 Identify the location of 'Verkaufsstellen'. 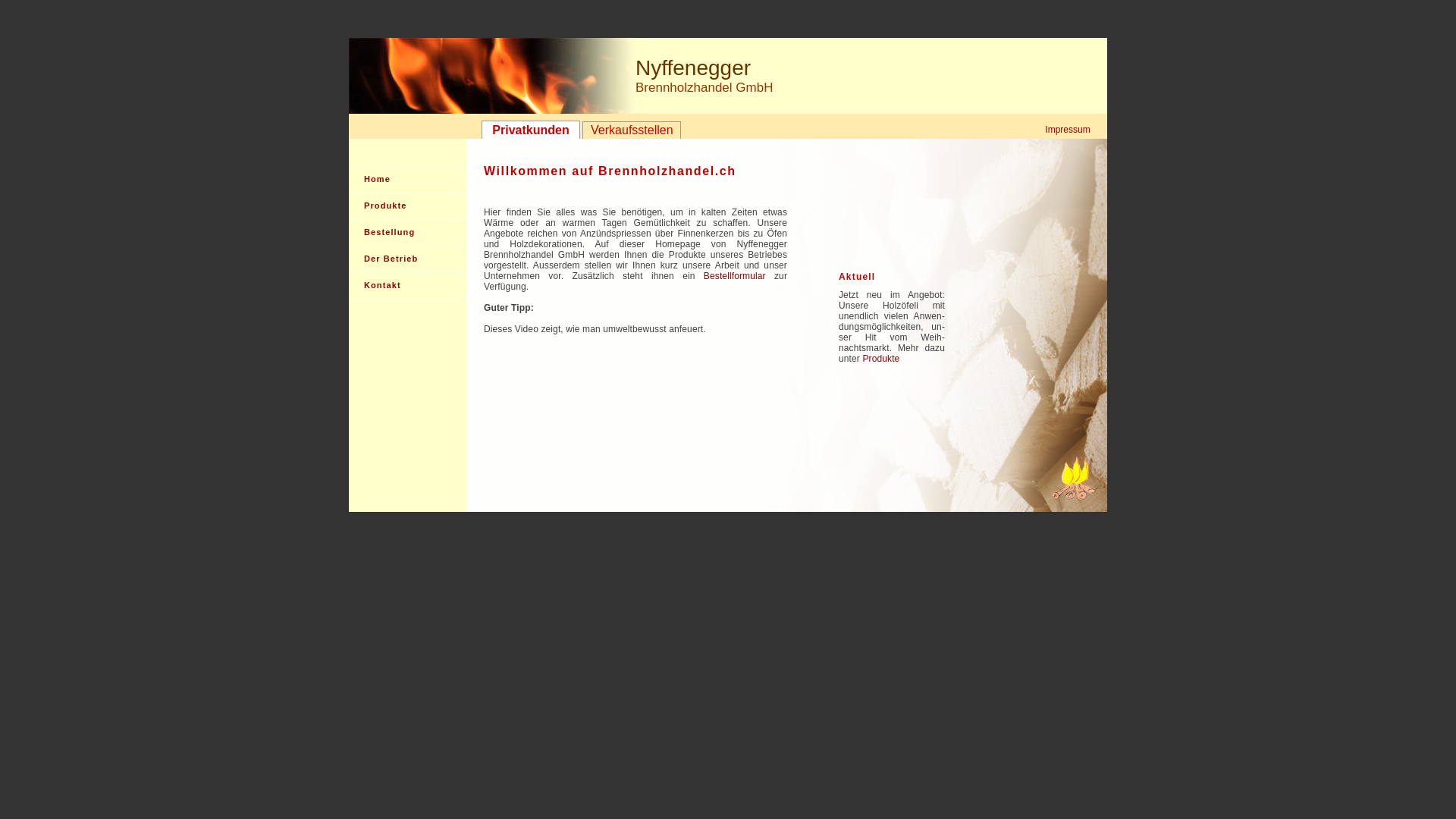
(632, 130).